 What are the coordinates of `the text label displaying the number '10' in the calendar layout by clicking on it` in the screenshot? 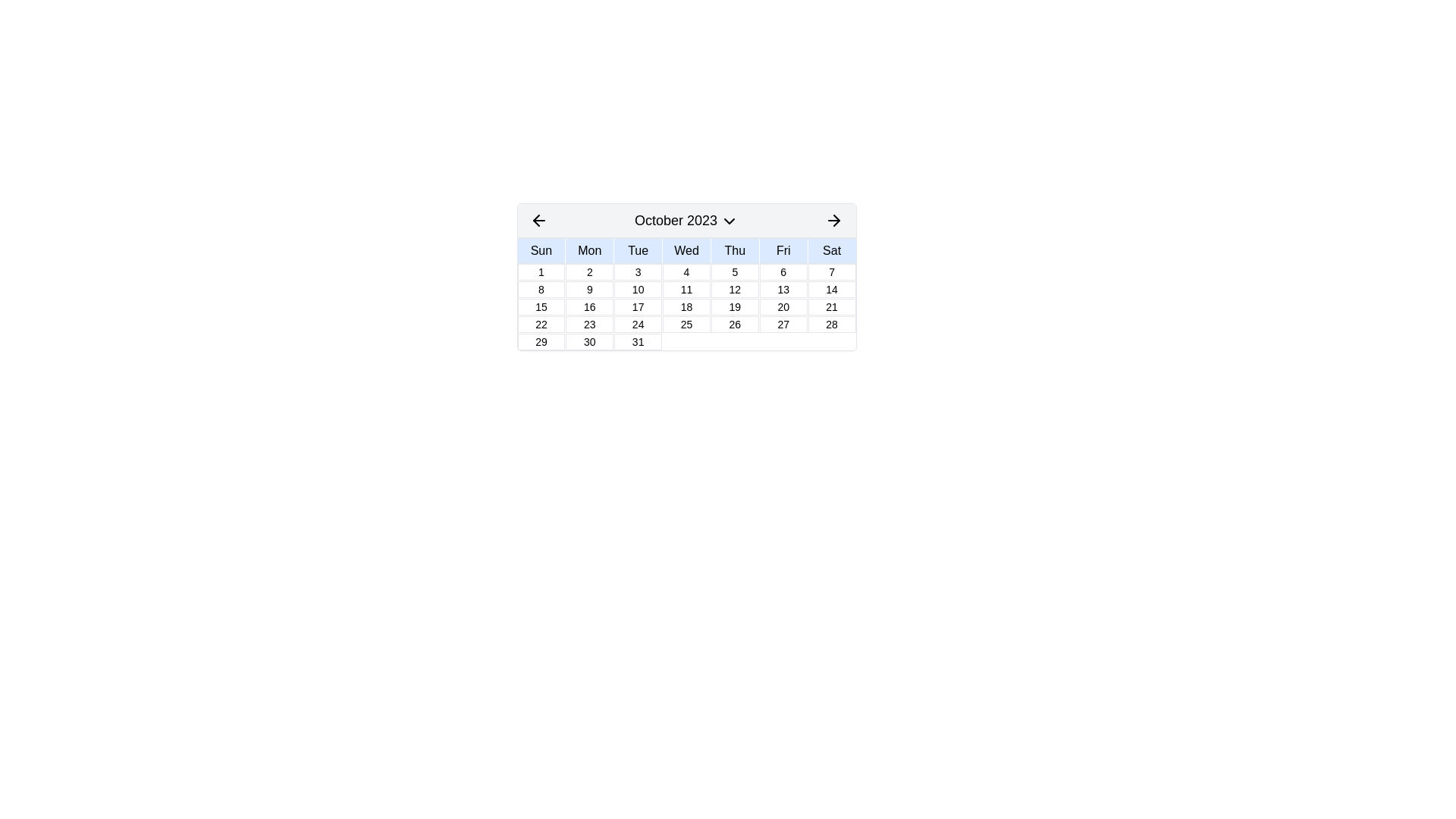 It's located at (638, 289).